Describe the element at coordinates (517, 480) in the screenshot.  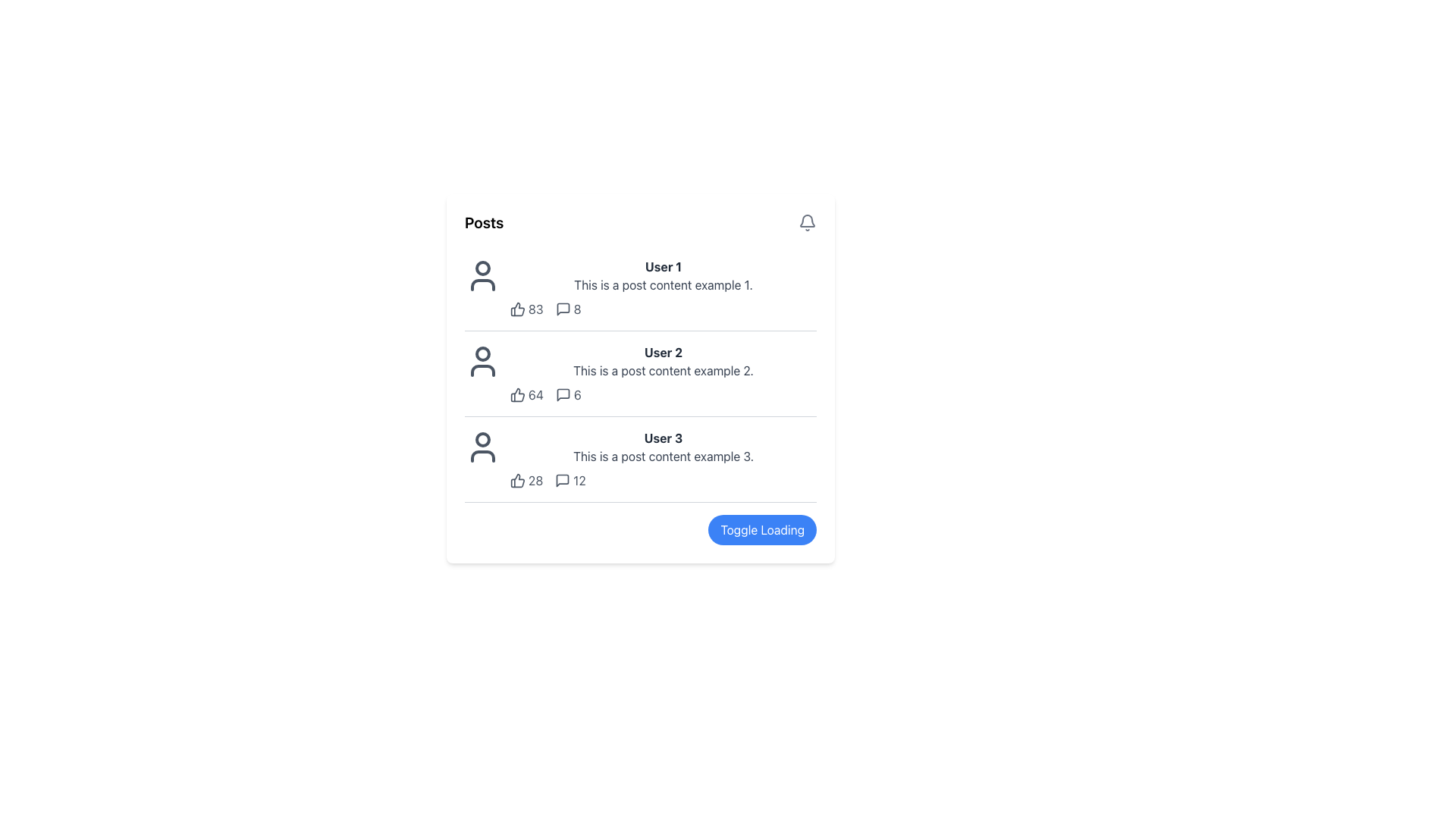
I see `the 'like' button next to the numeric likes count '28' for the post by 'User 3' to express approval` at that location.